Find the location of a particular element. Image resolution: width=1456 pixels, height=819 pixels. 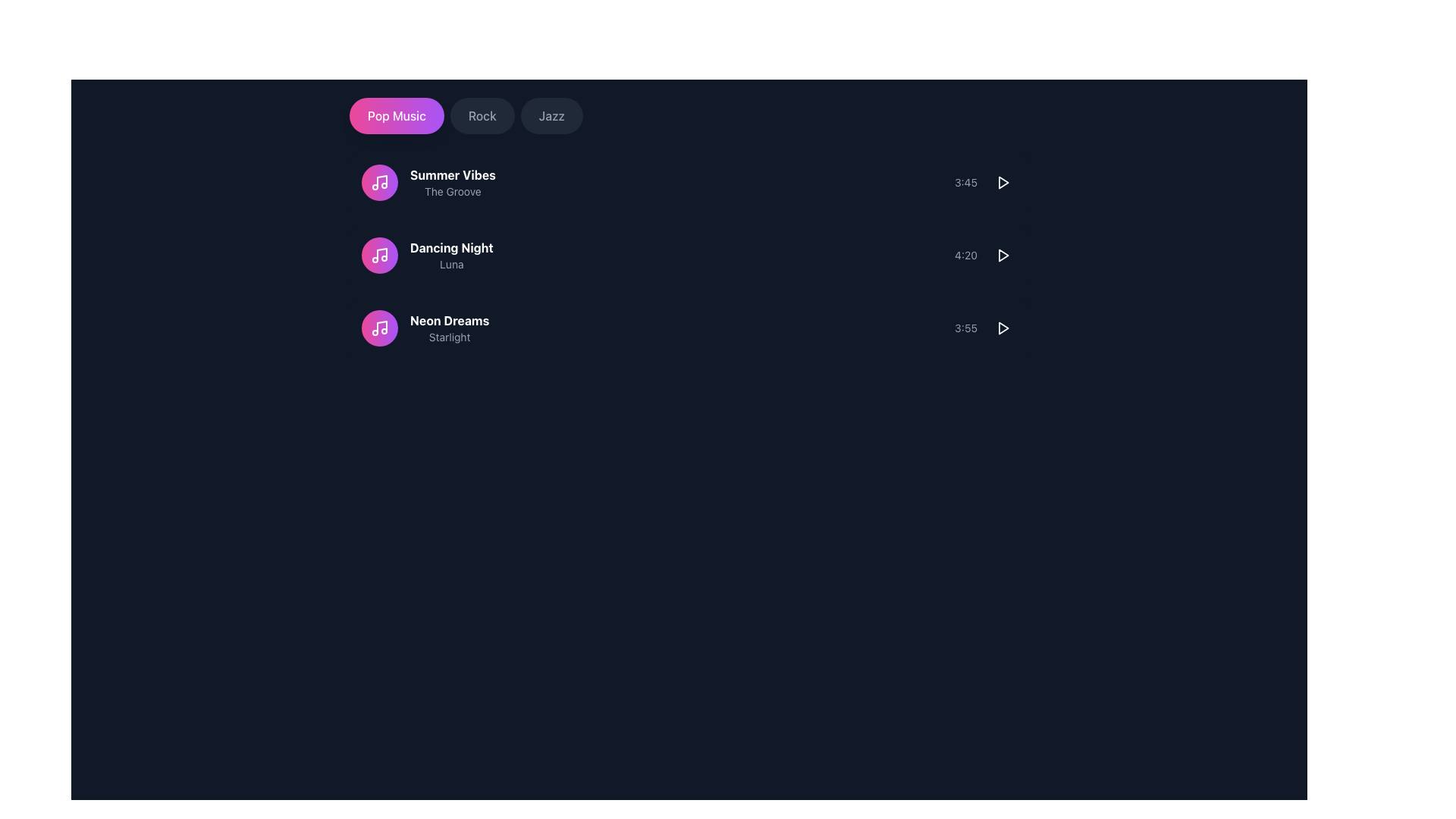

the circular music track icon representing 'Dancing Night' by Luna, located in the second row of items is located at coordinates (379, 254).